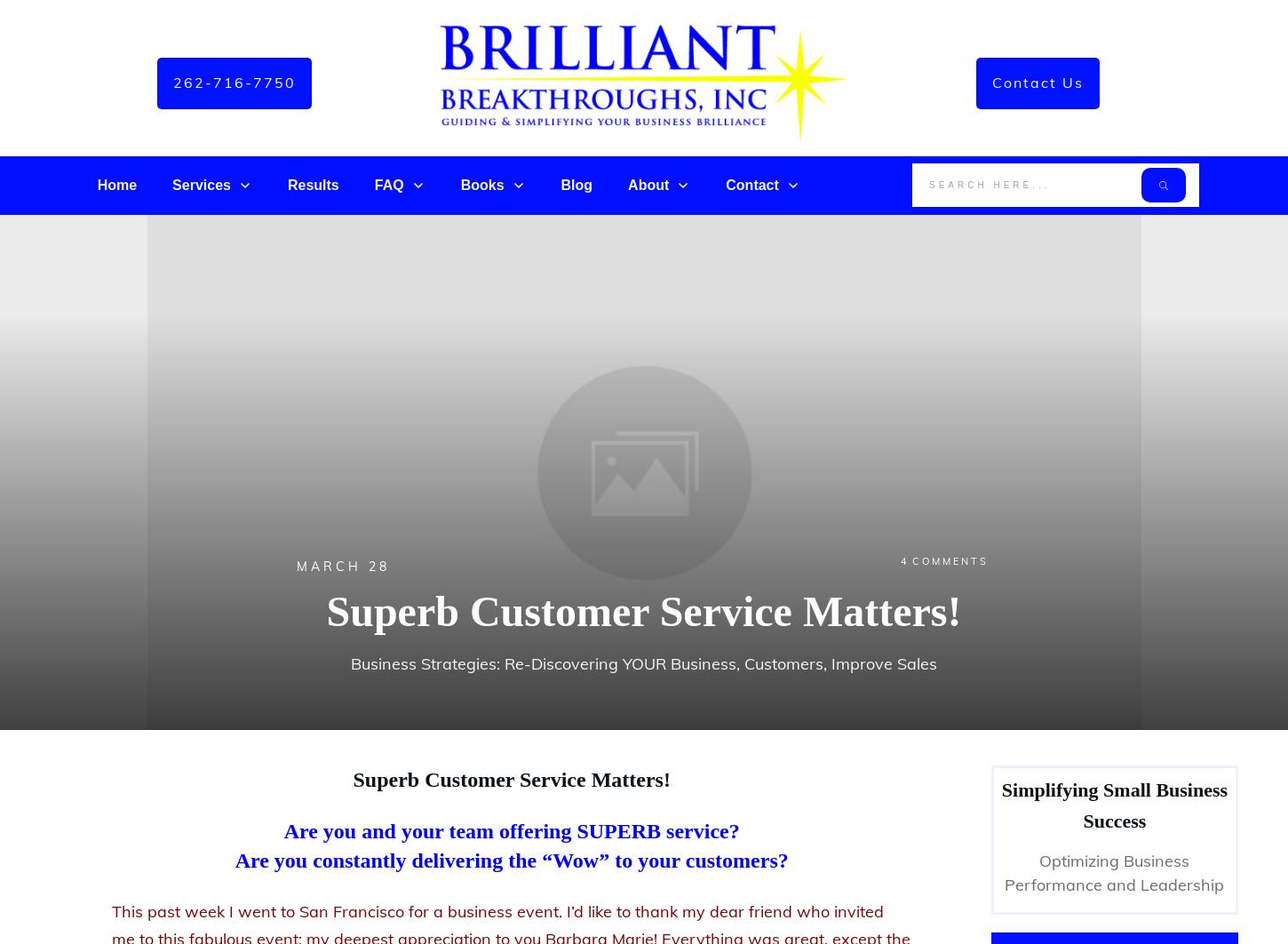 The height and width of the screenshot is (944, 1288). What do you see at coordinates (1114, 804) in the screenshot?
I see `'Simplifying Small Business Success'` at bounding box center [1114, 804].